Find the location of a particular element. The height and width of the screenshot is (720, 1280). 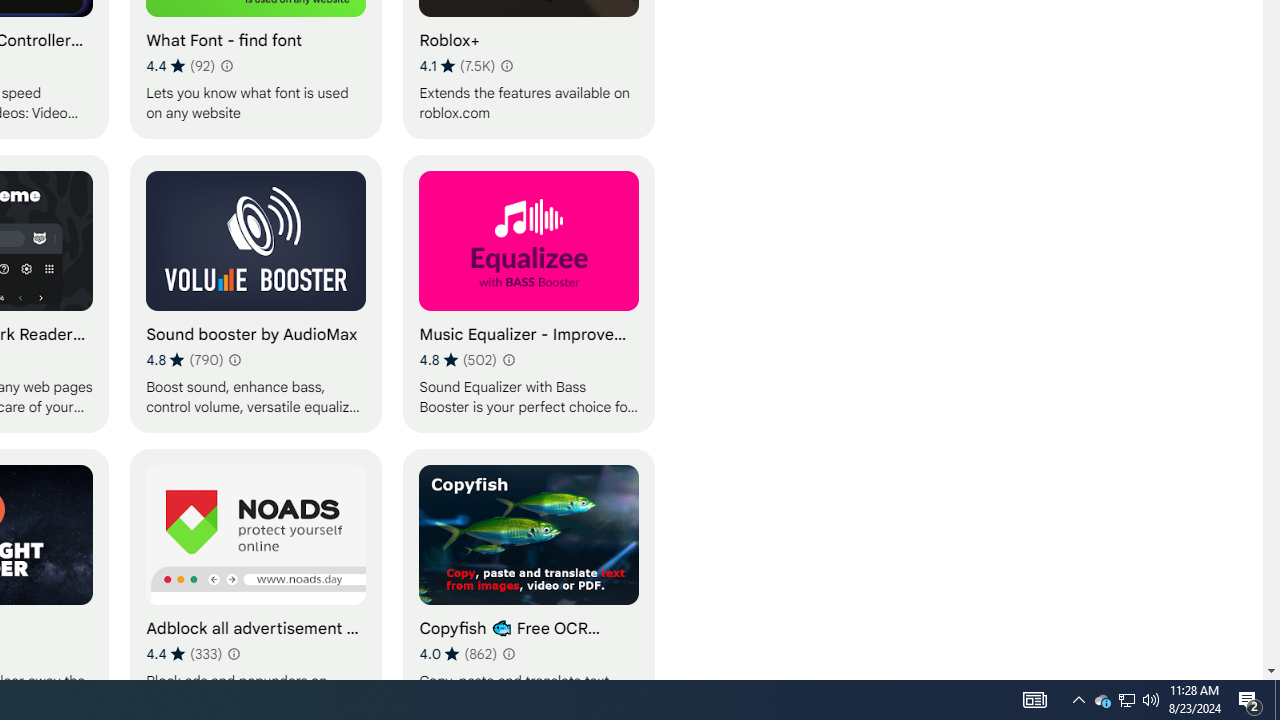

'Average rating 4.8 out of 5 stars. 502 ratings.' is located at coordinates (457, 360).